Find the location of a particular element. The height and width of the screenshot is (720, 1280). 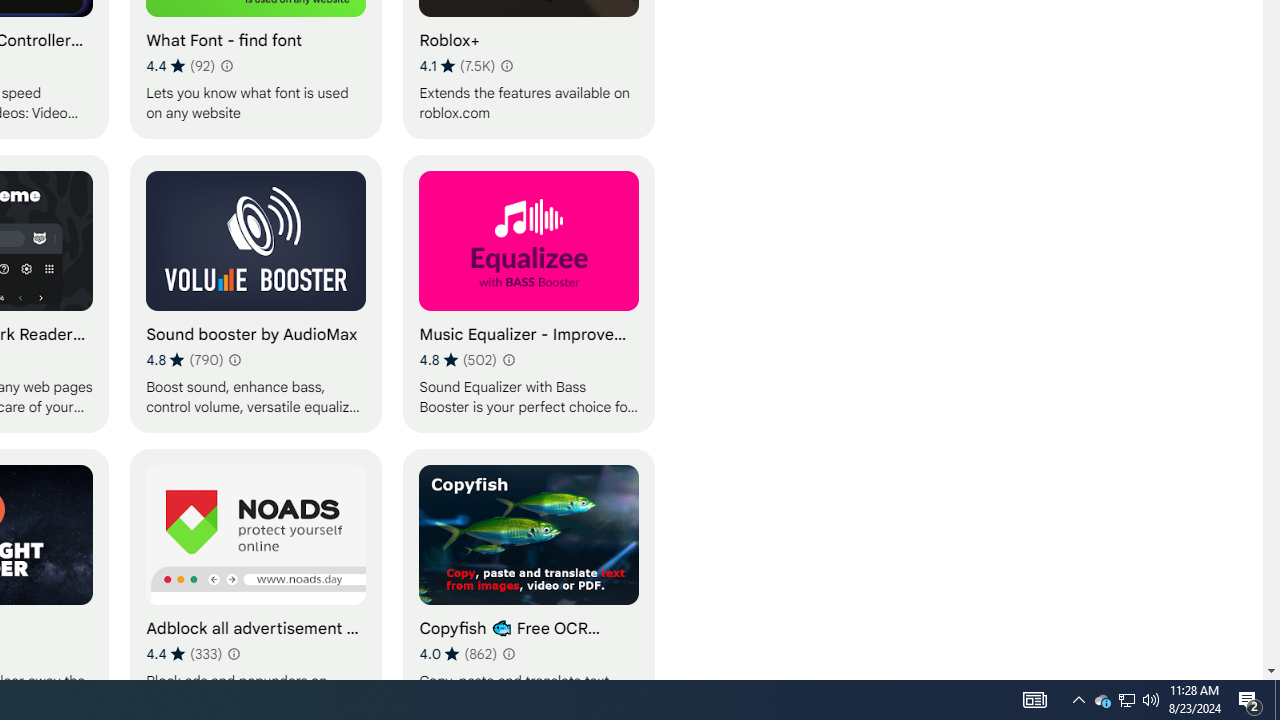

'Average rating 4.8 out of 5 stars. 502 ratings.' is located at coordinates (457, 360).